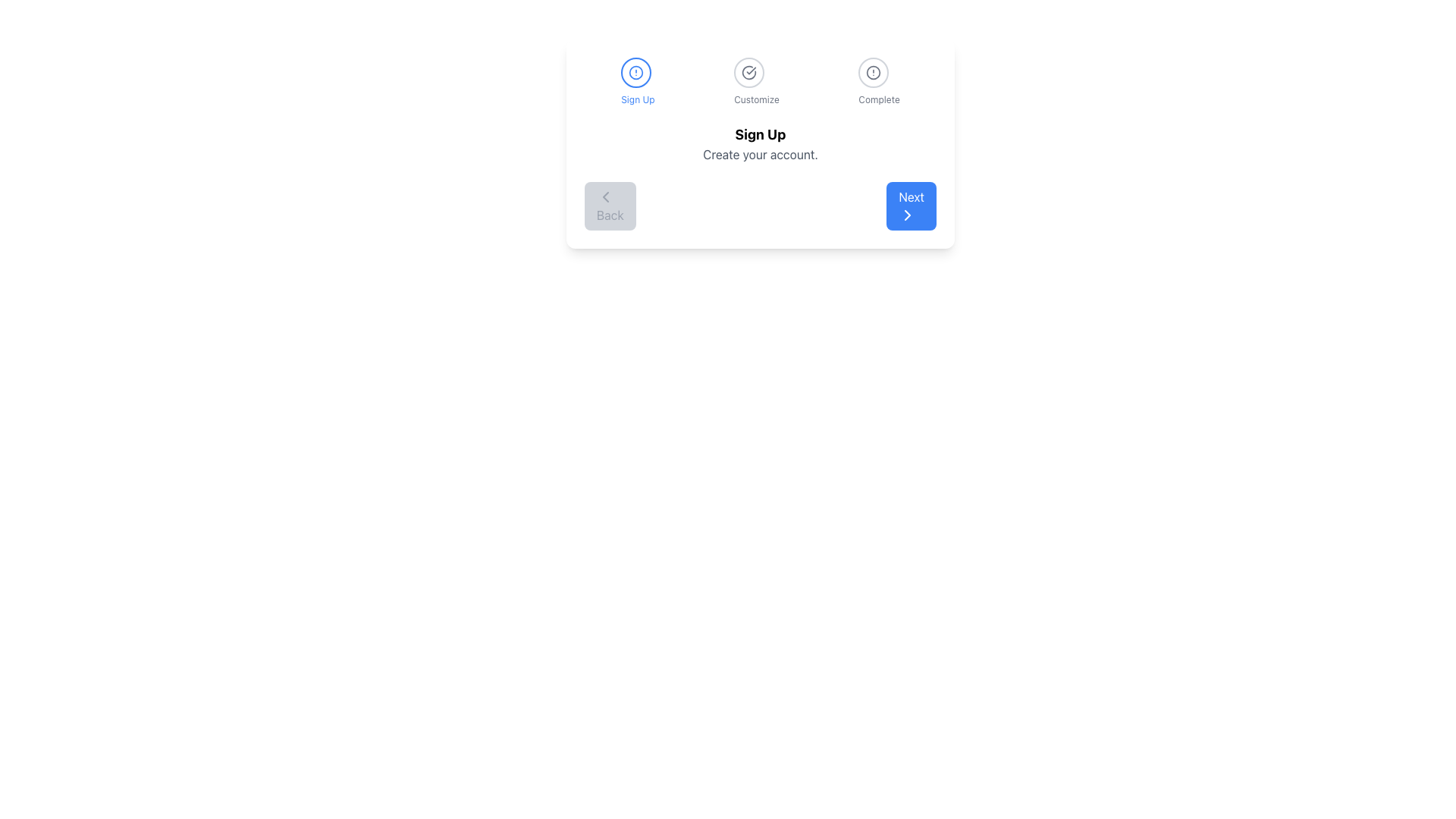  What do you see at coordinates (757, 99) in the screenshot?
I see `the 'Customize' text label, which is styled with a small font size and light gray color, located below a circular checkmark icon and centered within its group` at bounding box center [757, 99].